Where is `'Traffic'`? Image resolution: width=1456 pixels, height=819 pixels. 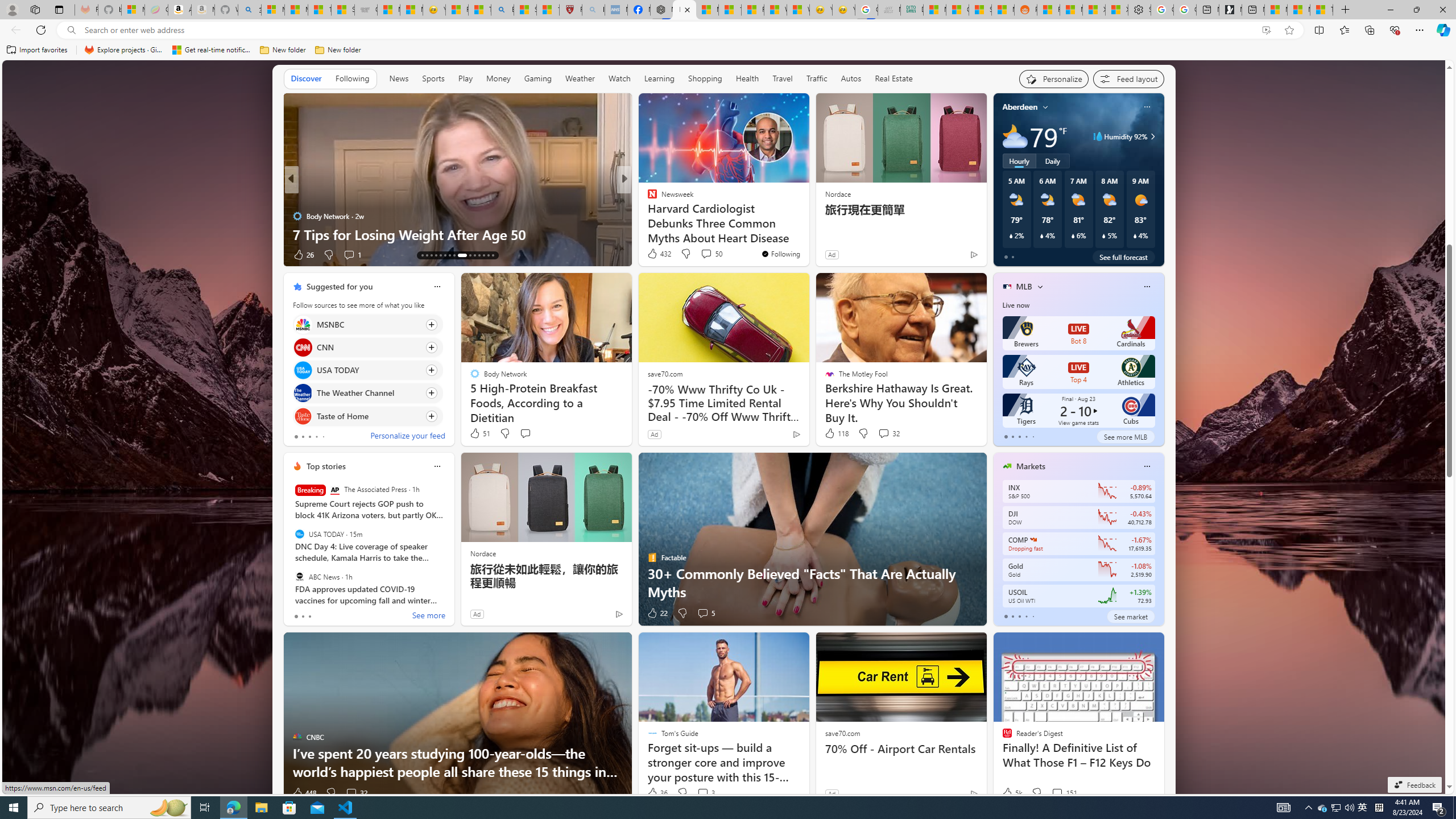 'Traffic' is located at coordinates (816, 78).